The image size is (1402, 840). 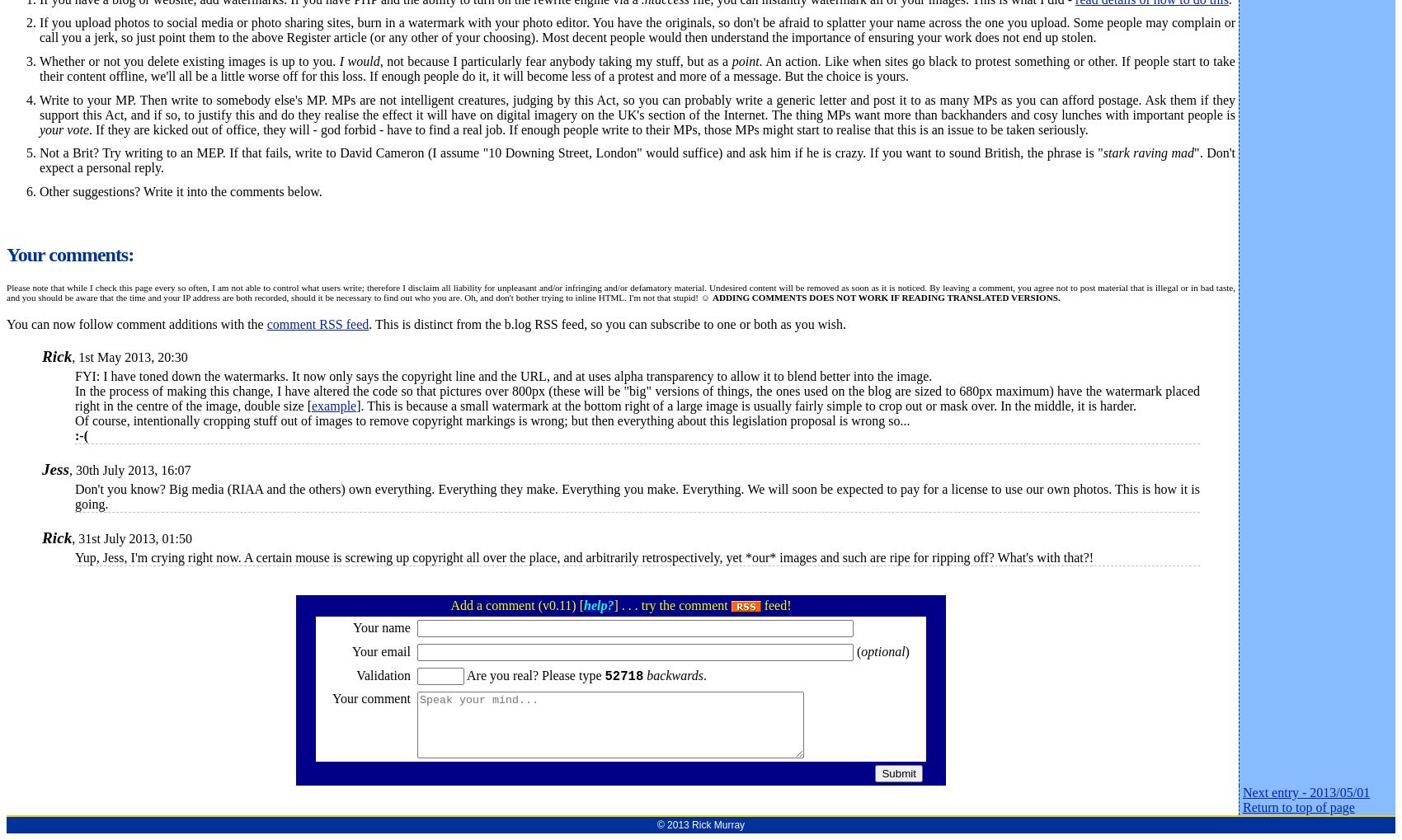 What do you see at coordinates (623, 675) in the screenshot?
I see `'52718'` at bounding box center [623, 675].